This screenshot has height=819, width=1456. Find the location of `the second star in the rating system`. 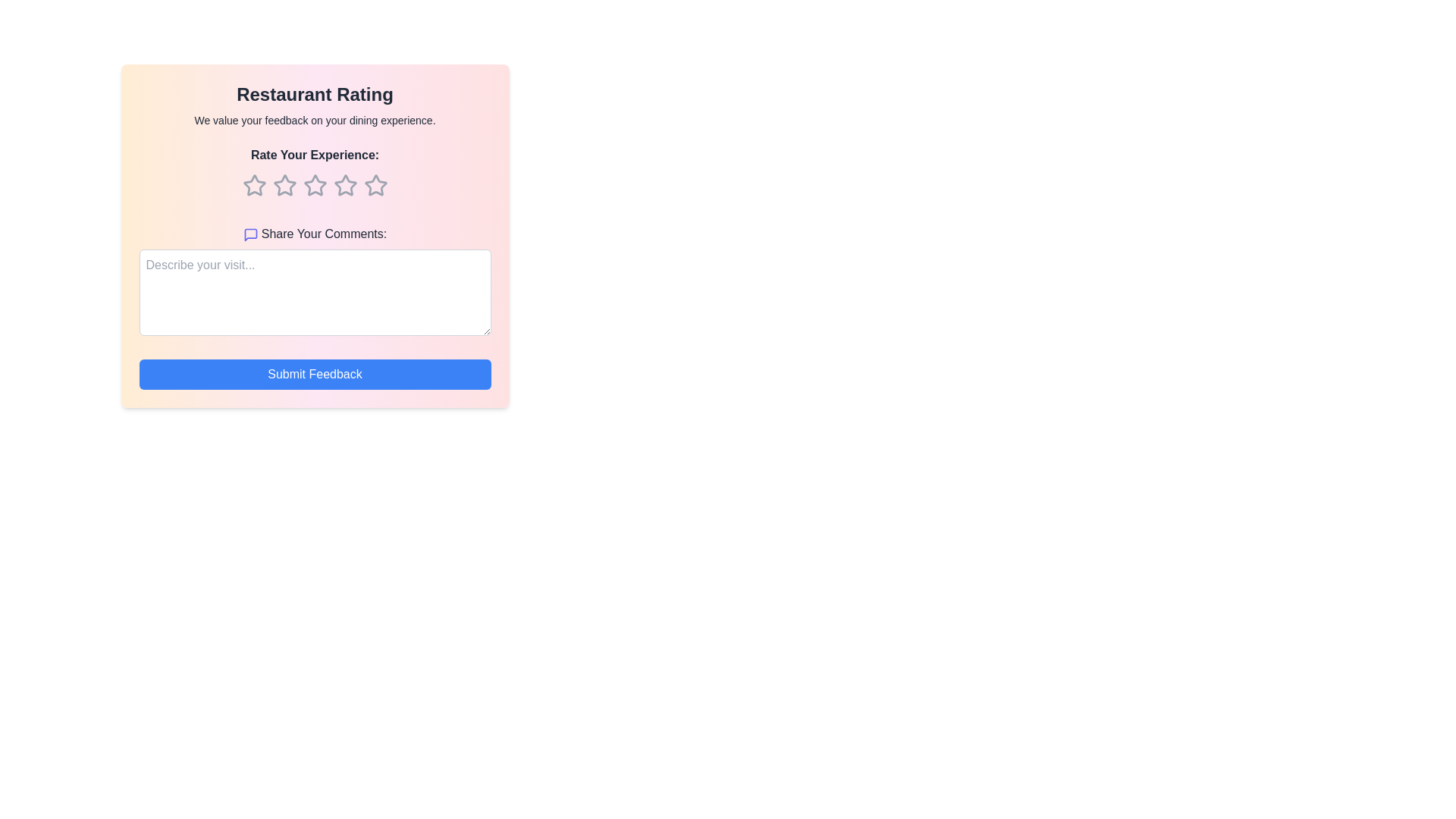

the second star in the rating system is located at coordinates (284, 185).